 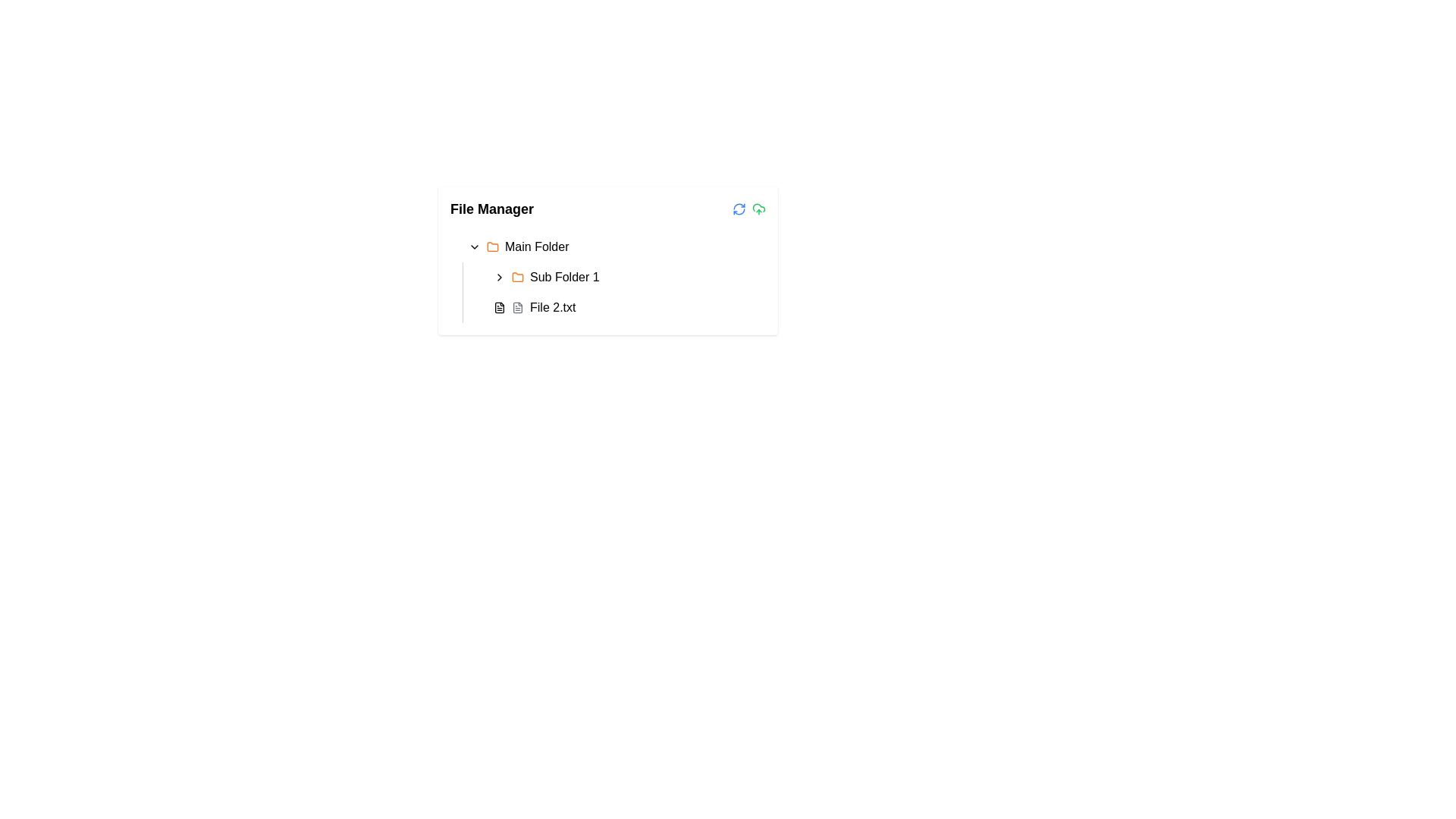 I want to click on the 'Main Folder' icon located, so click(x=492, y=246).